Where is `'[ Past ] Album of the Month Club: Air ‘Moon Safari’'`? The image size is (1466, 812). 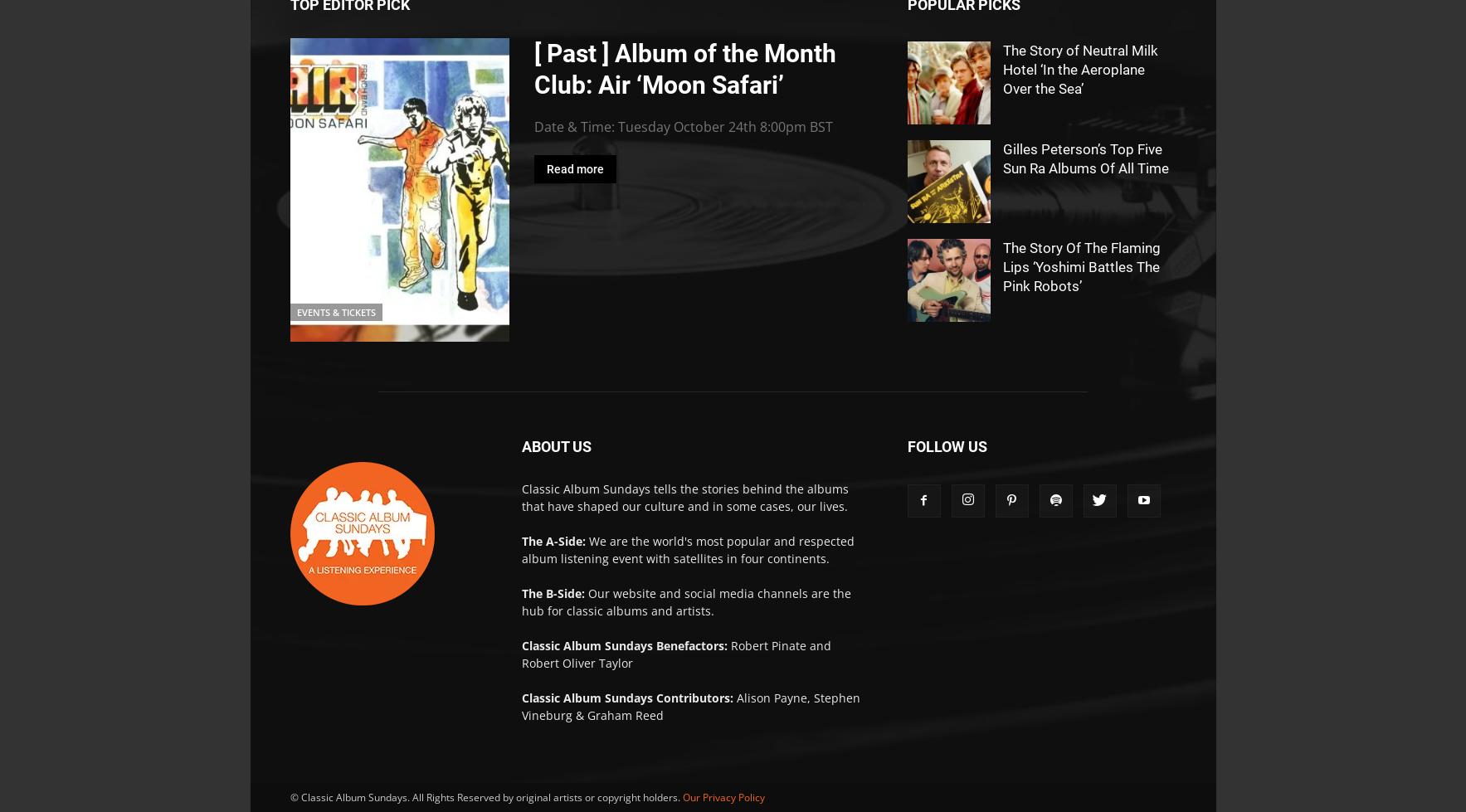 '[ Past ] Album of the Month Club: Air ‘Moon Safari’' is located at coordinates (533, 69).